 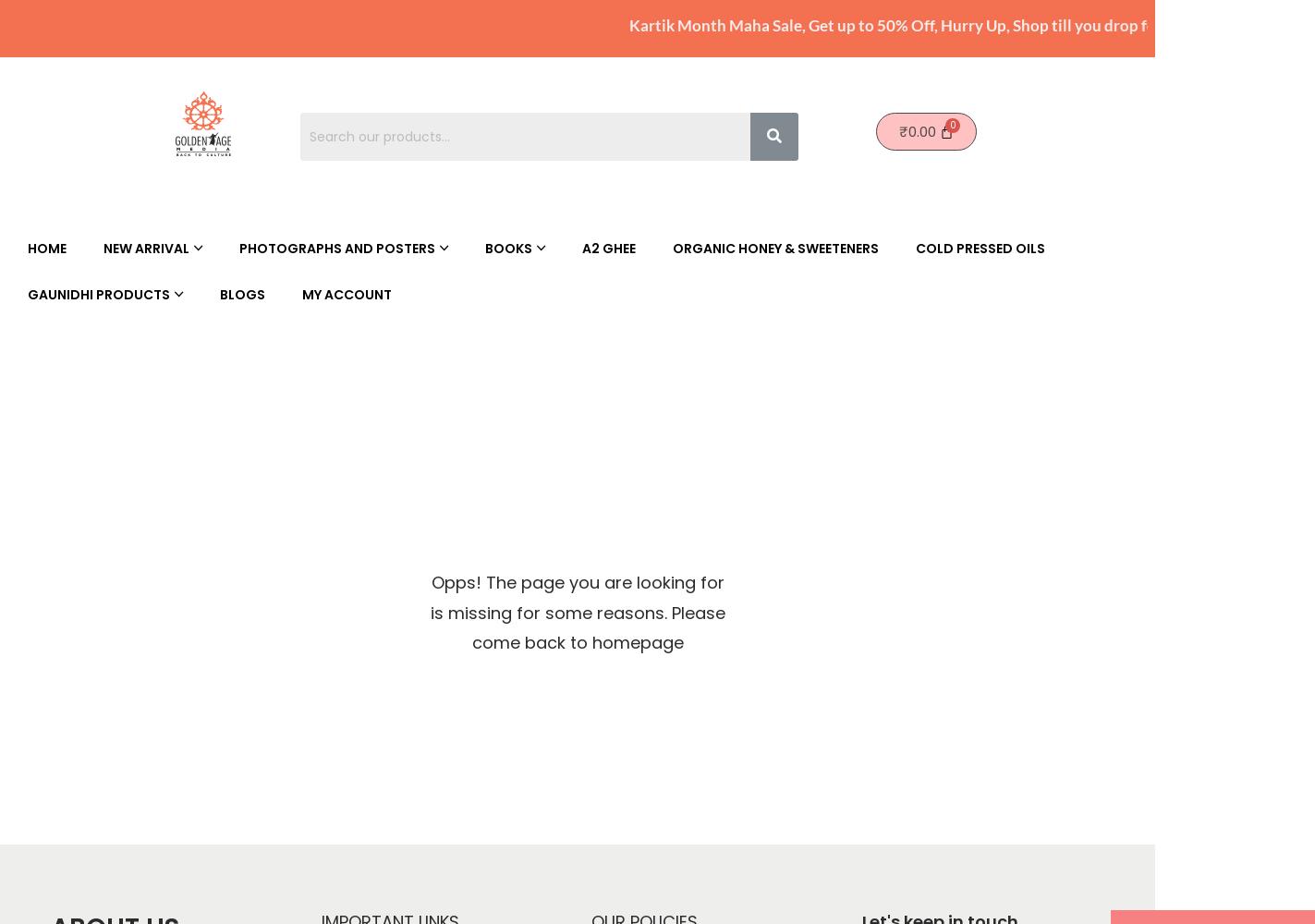 What do you see at coordinates (607, 286) in the screenshot?
I see `'Canvas Size of 12*18 Inches'` at bounding box center [607, 286].